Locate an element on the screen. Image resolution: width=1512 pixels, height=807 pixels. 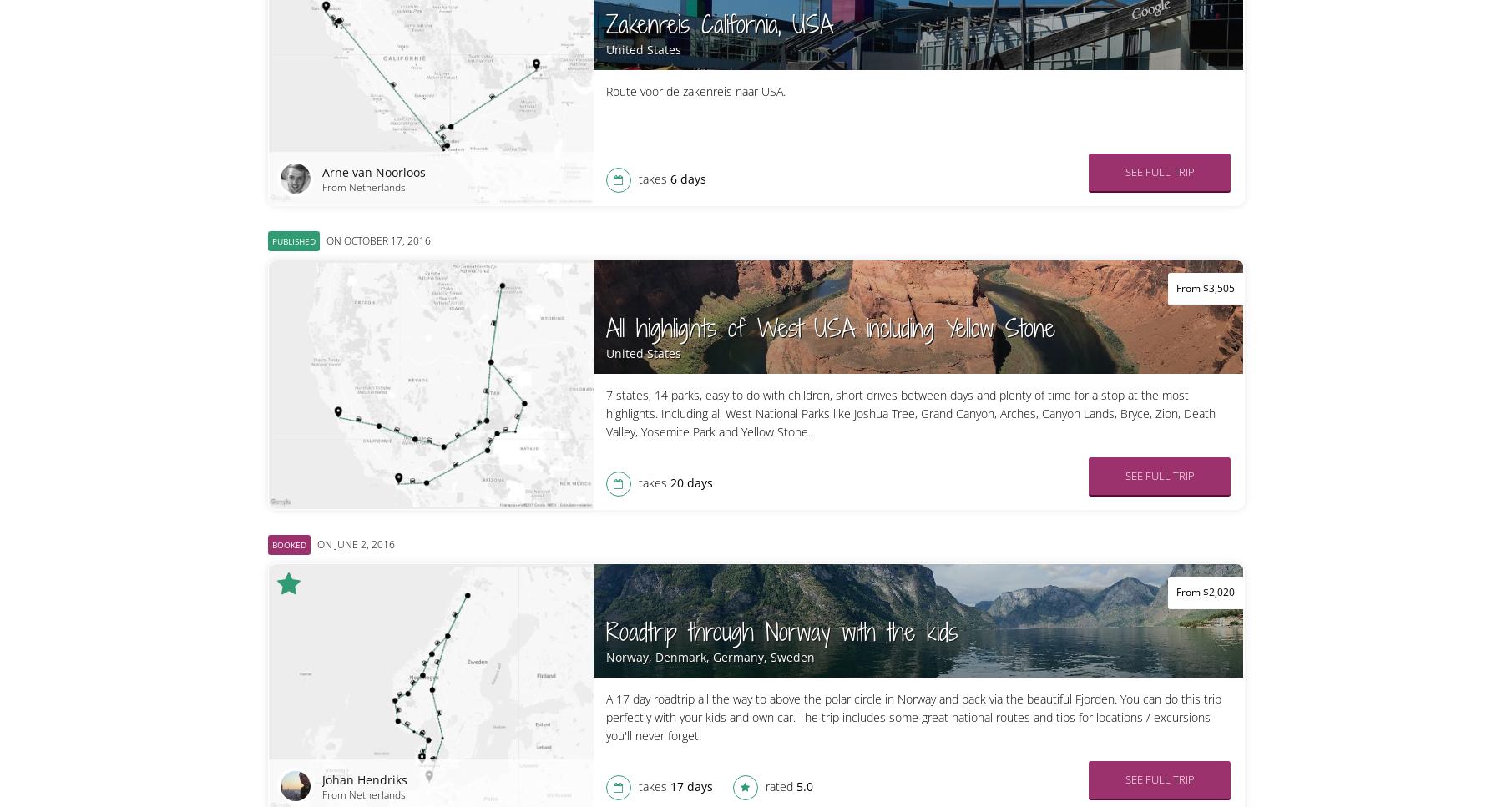
'All highlights of West USA including Yellow Stone' is located at coordinates (829, 327).